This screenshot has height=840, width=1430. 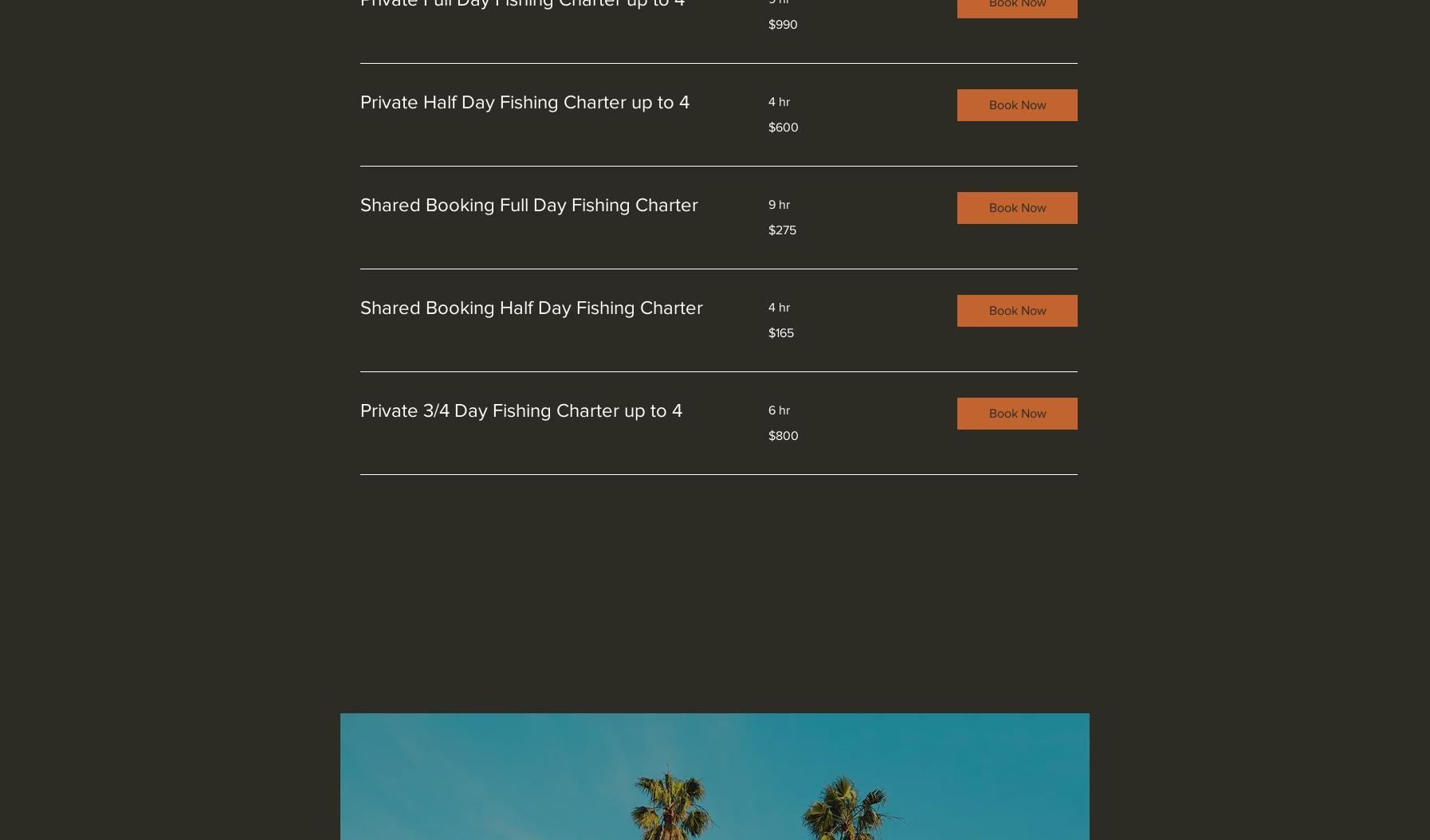 I want to click on '$800', so click(x=767, y=435).